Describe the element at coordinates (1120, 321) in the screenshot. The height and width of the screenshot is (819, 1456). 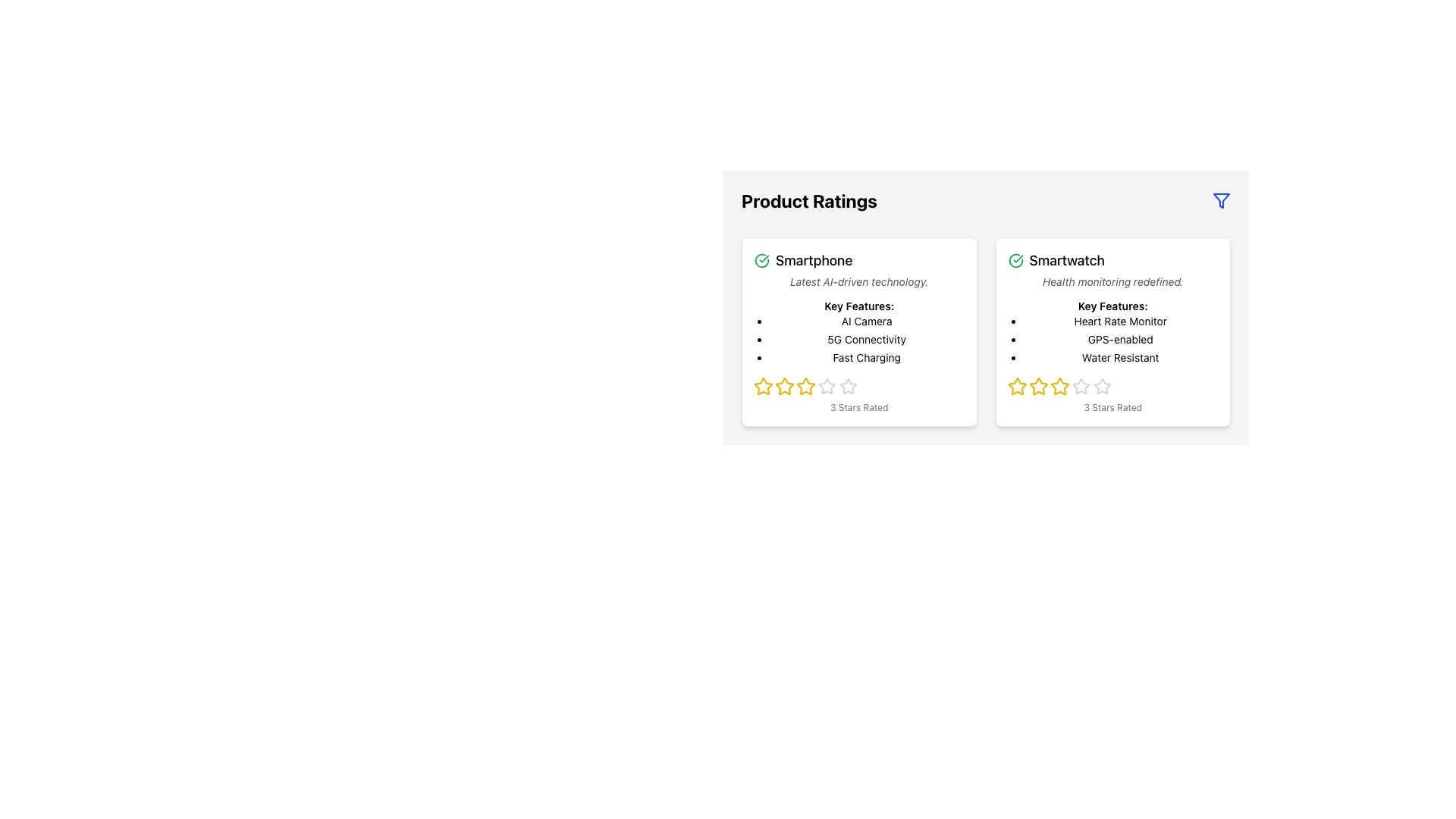
I see `the text label that describes the heart rate monitor feature of the smartwatch, located under the 'Key Features:' heading in the second product card` at that location.